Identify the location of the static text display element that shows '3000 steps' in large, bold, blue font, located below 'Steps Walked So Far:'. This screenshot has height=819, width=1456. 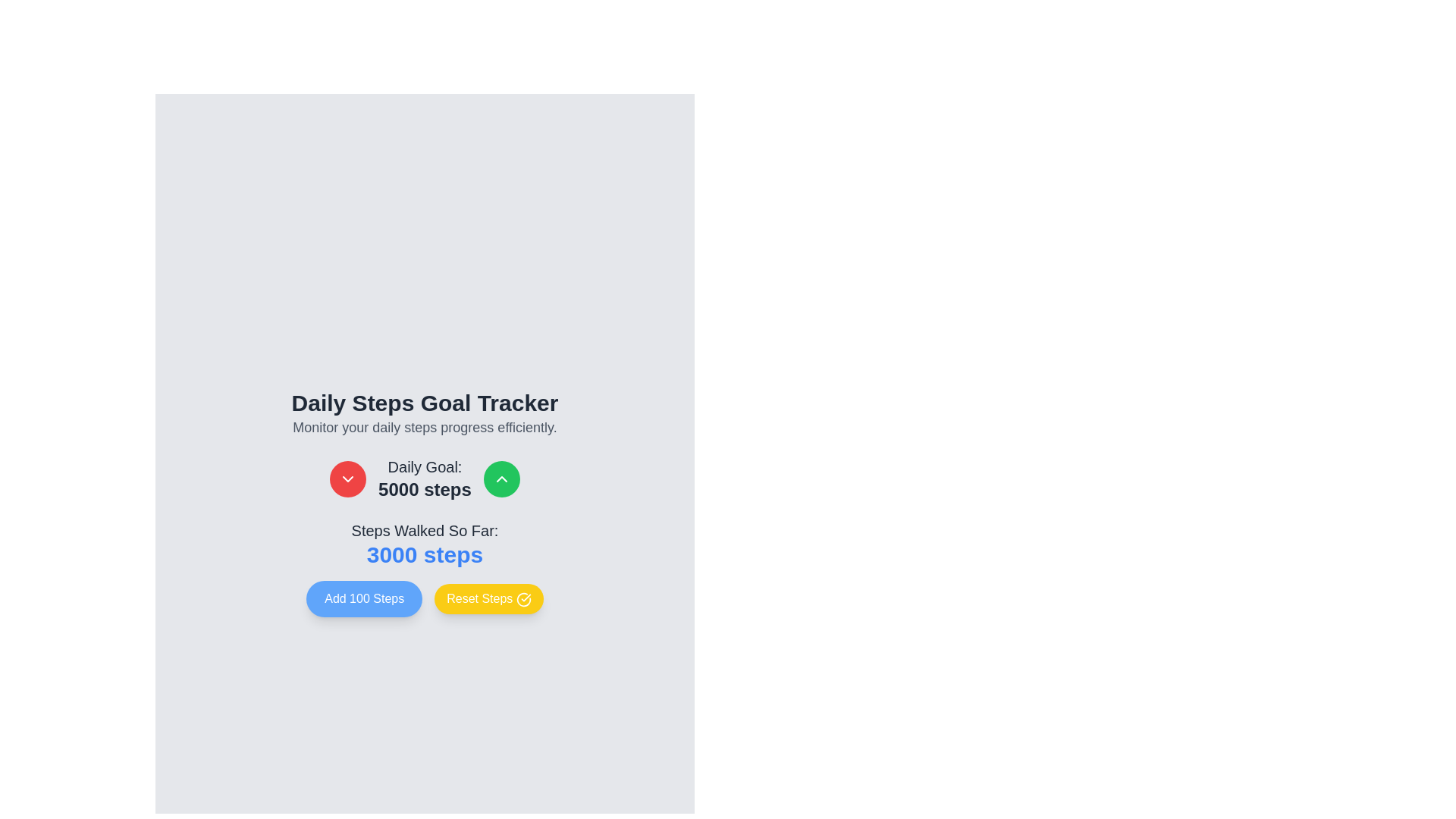
(425, 554).